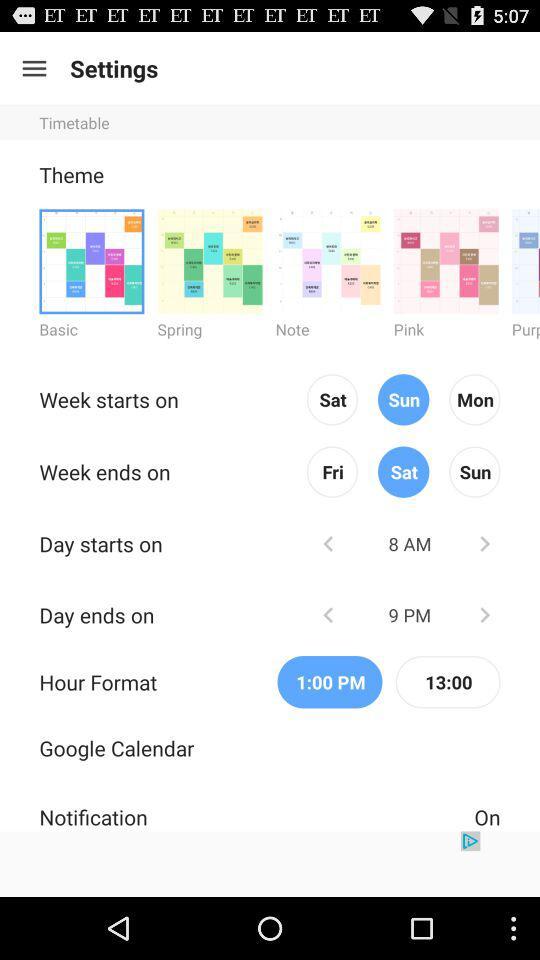 The height and width of the screenshot is (960, 540). Describe the element at coordinates (446, 260) in the screenshot. I see `more` at that location.